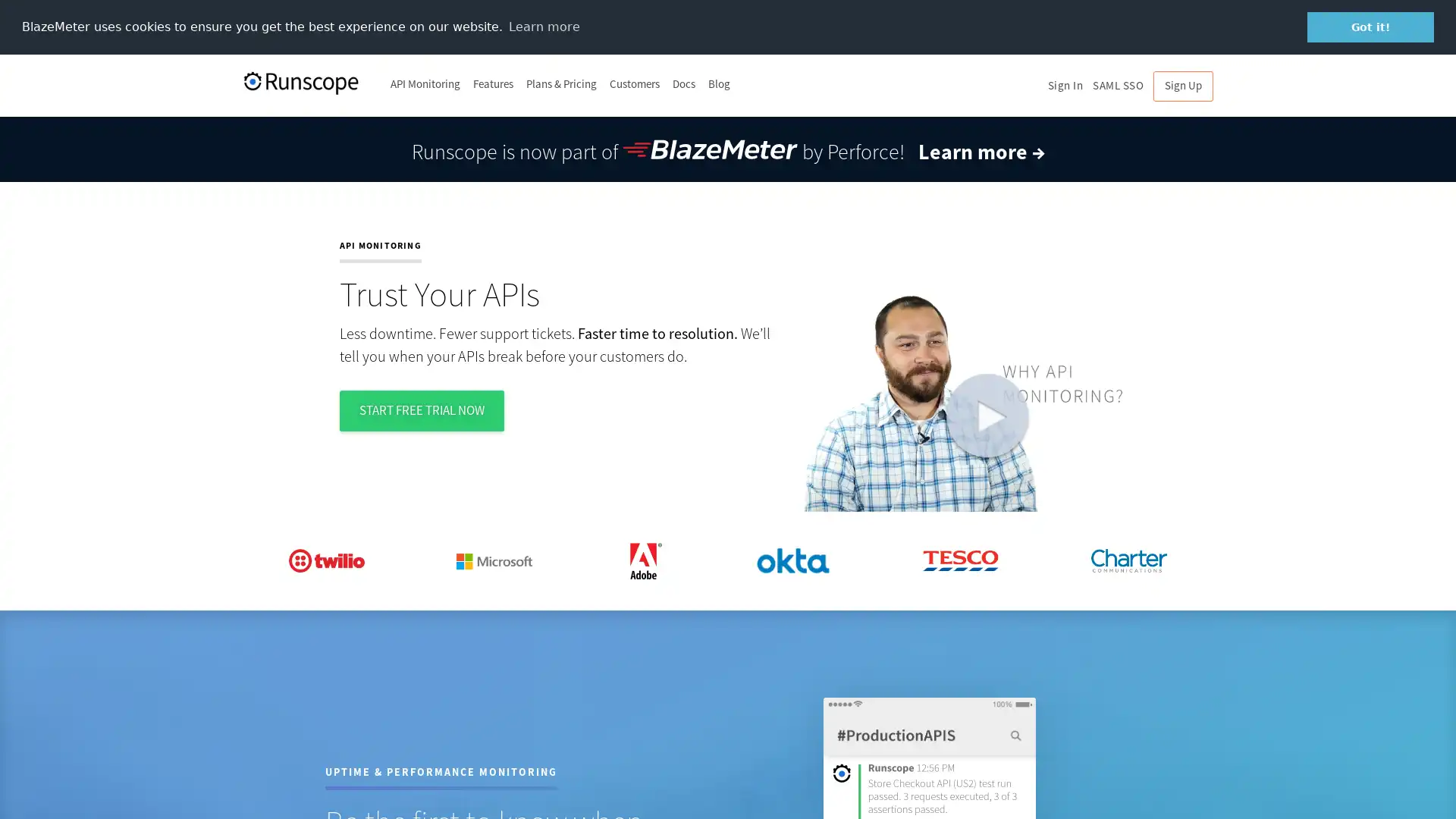 This screenshot has width=1456, height=819. What do you see at coordinates (544, 26) in the screenshot?
I see `learn more about cookies` at bounding box center [544, 26].